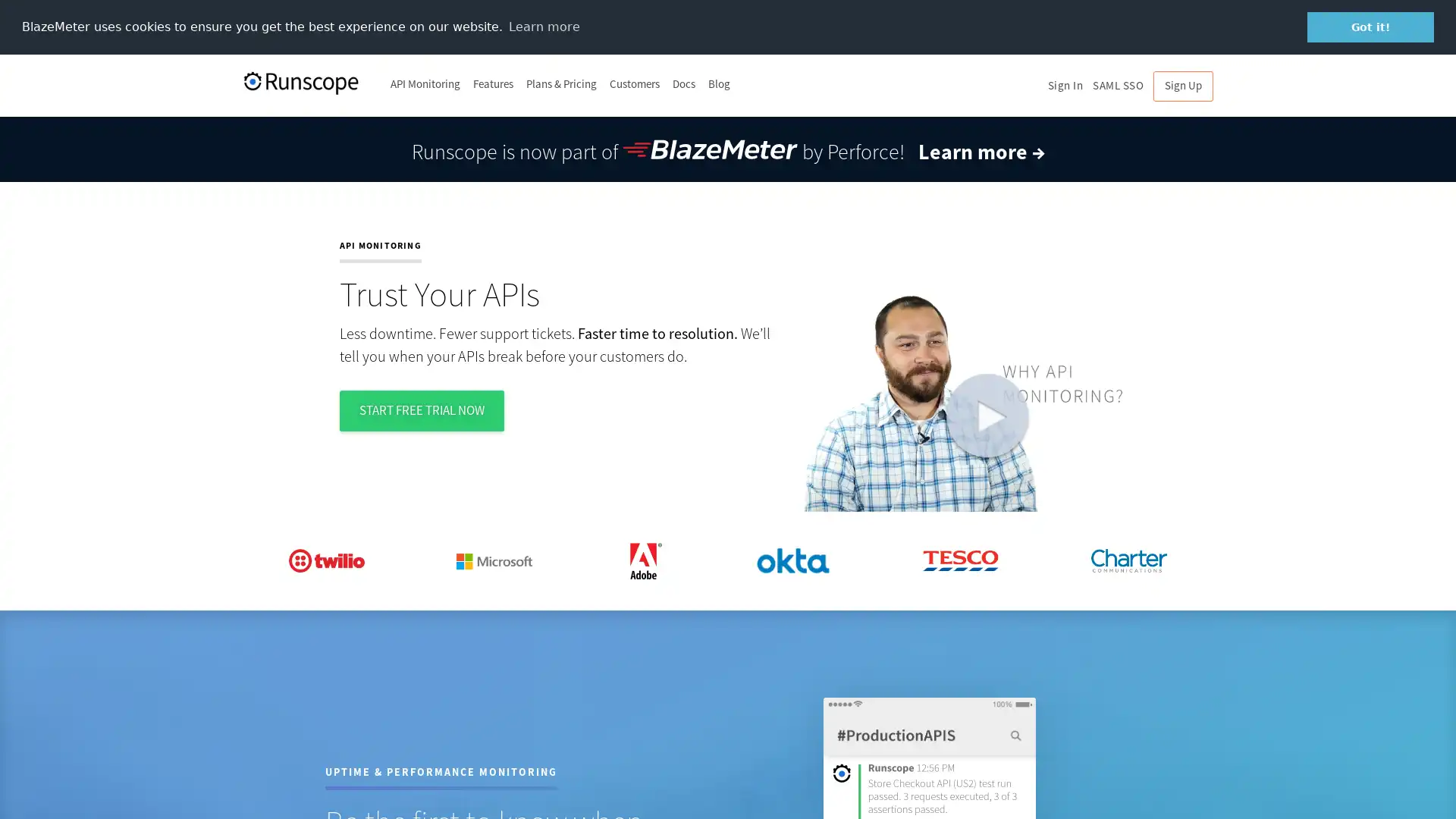 This screenshot has width=1456, height=819. What do you see at coordinates (544, 26) in the screenshot?
I see `learn more about cookies` at bounding box center [544, 26].